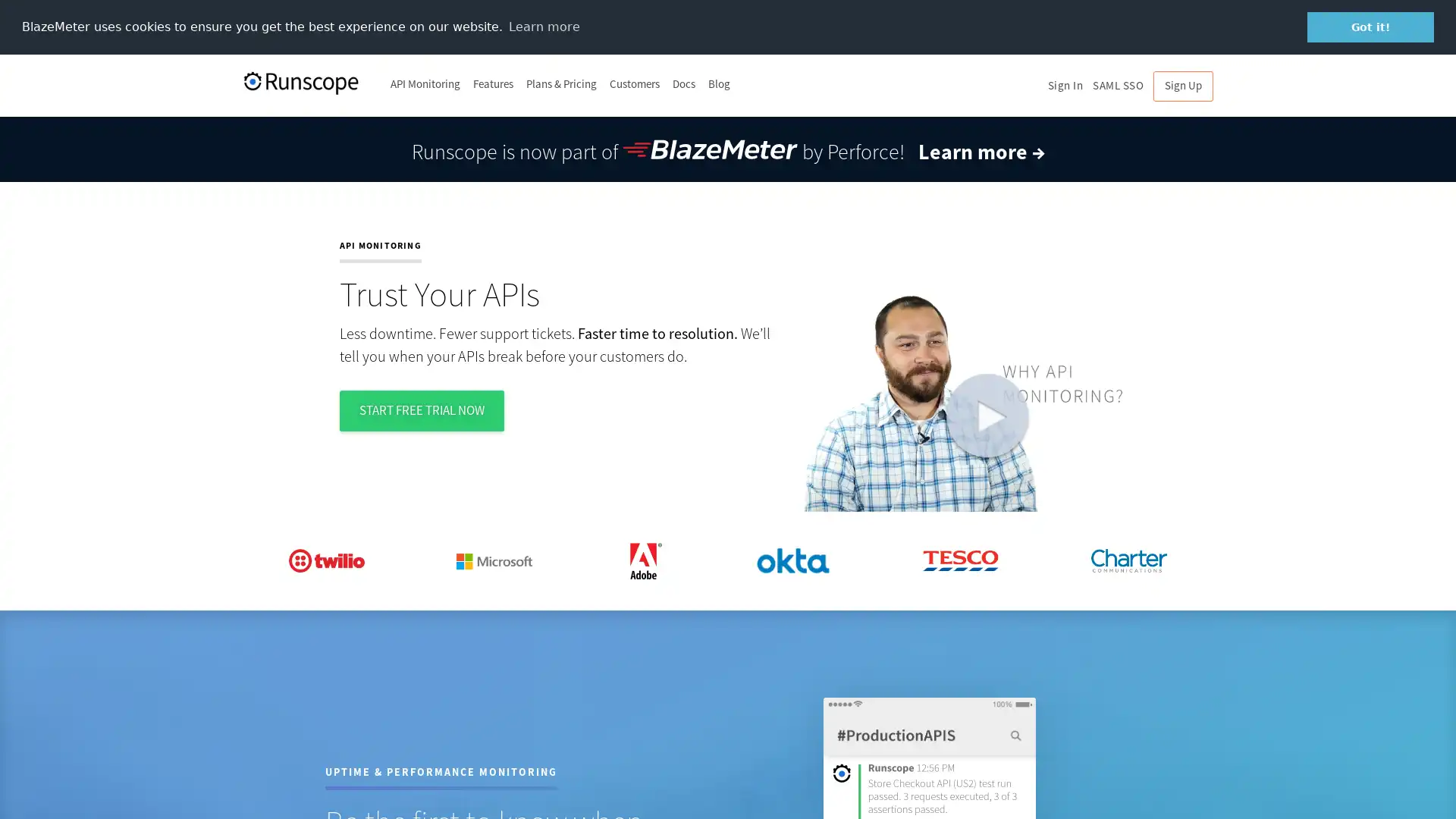 This screenshot has width=1456, height=819. What do you see at coordinates (544, 26) in the screenshot?
I see `learn more about cookies` at bounding box center [544, 26].